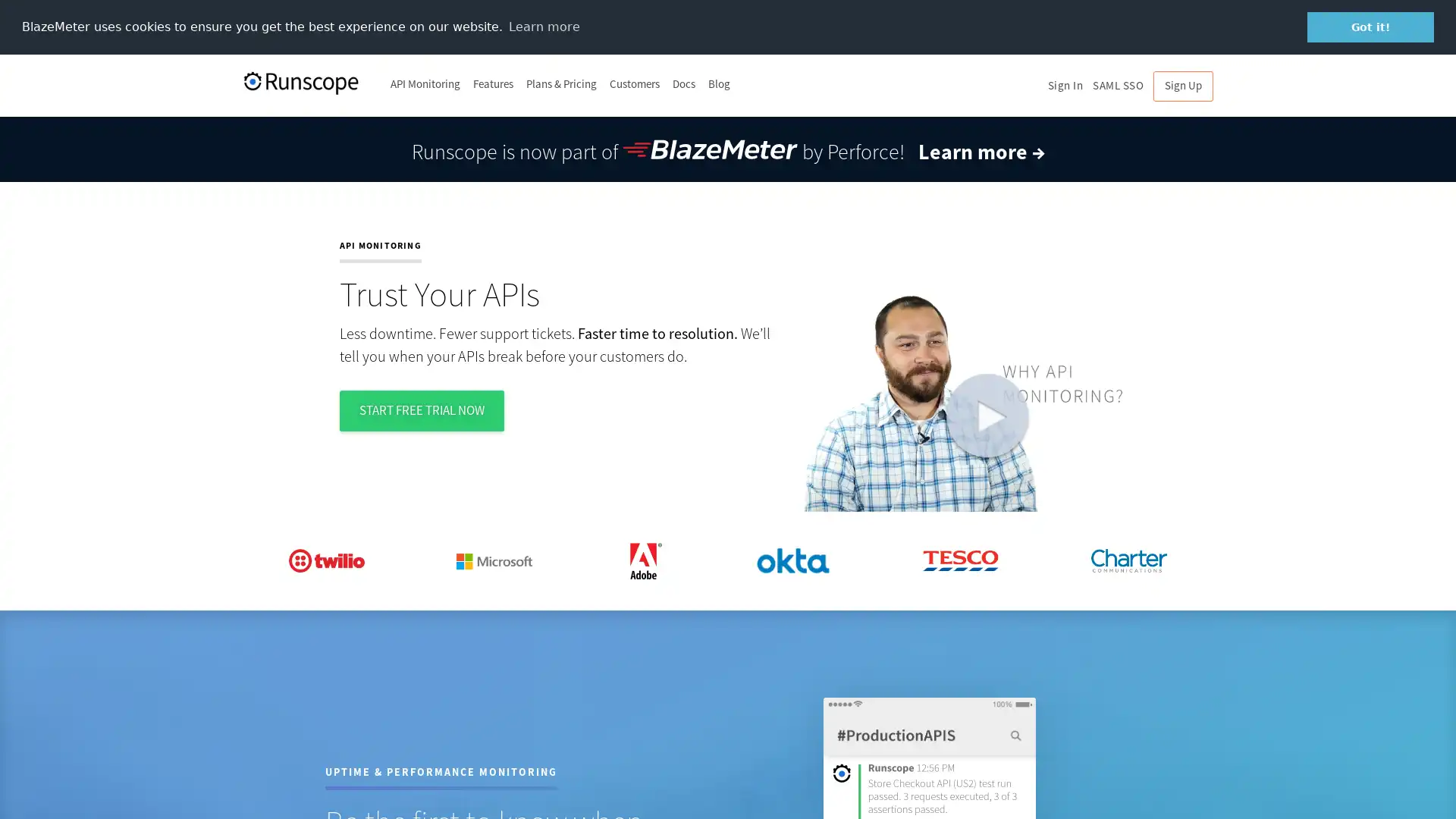 This screenshot has width=1456, height=819. What do you see at coordinates (544, 26) in the screenshot?
I see `learn more about cookies` at bounding box center [544, 26].